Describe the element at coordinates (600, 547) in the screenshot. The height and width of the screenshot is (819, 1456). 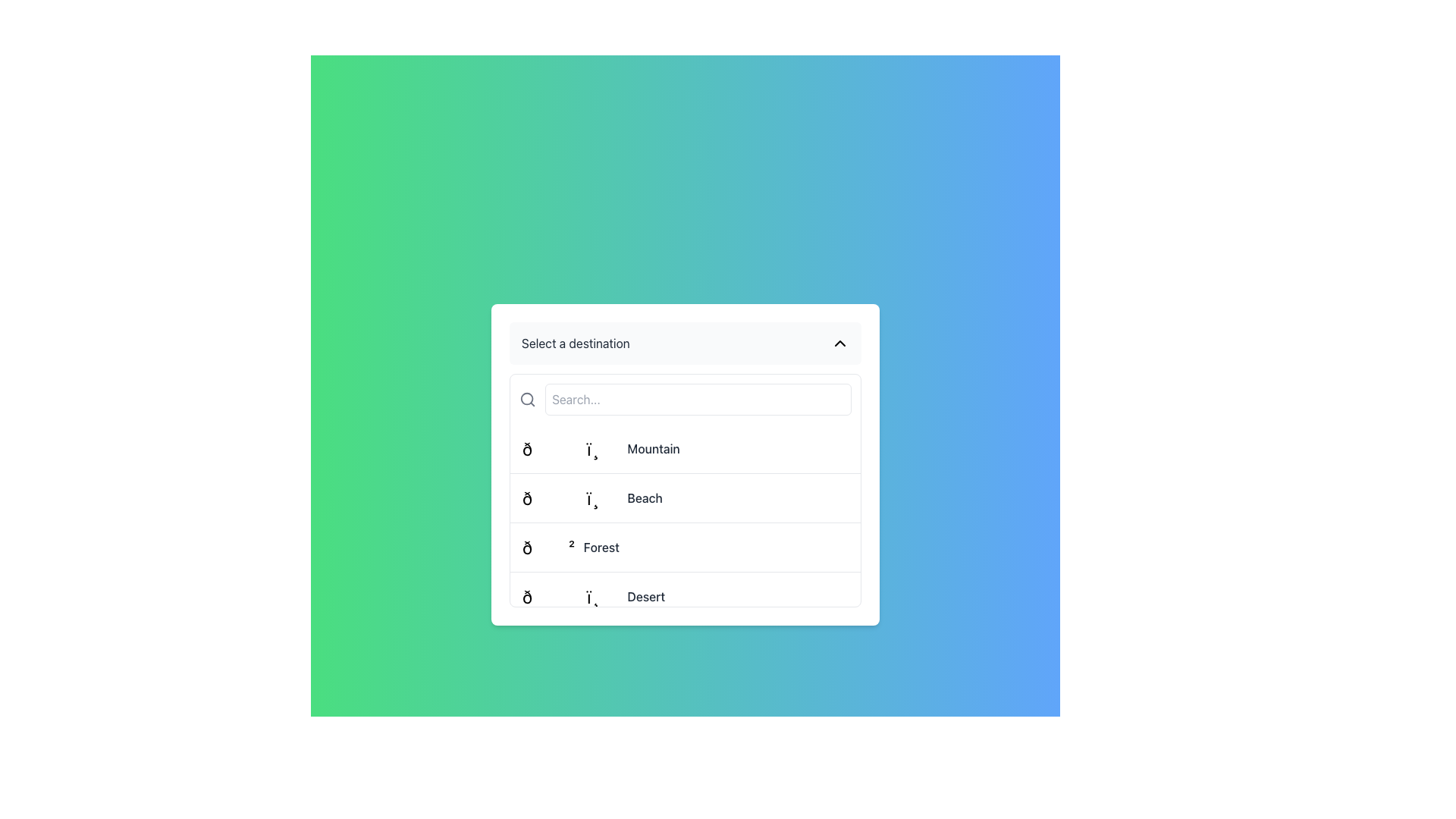
I see `the list item associated with the label or text component that appears as the third text entry under 'Select a destination', located to the right of an emoji or icon` at that location.